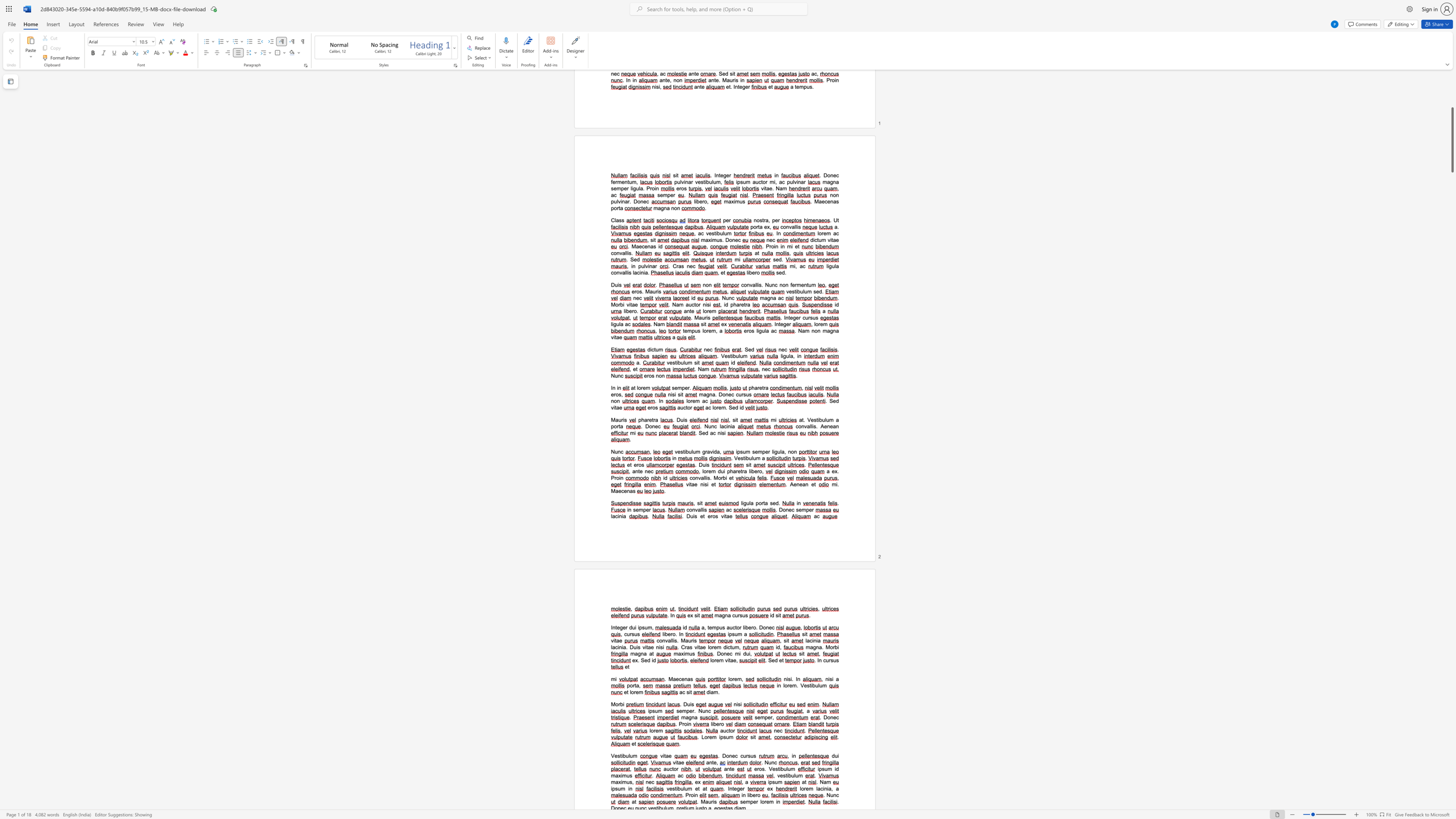 This screenshot has height=819, width=1456. I want to click on the space between the continuous character "N" and "u" in the text, so click(701, 710).